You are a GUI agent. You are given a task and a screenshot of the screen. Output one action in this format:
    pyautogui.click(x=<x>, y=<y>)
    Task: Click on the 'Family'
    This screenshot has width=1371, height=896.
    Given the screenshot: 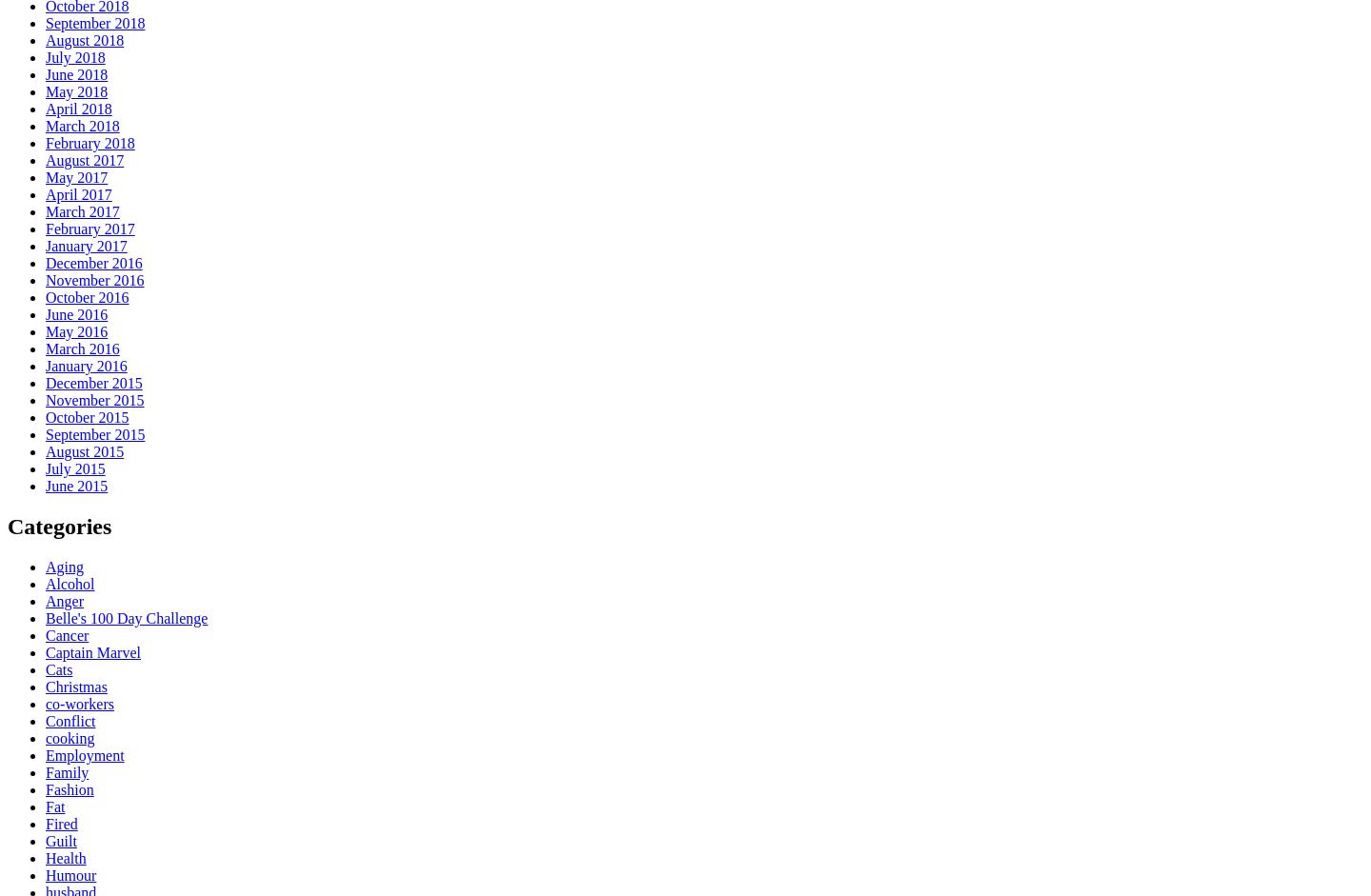 What is the action you would take?
    pyautogui.click(x=67, y=771)
    